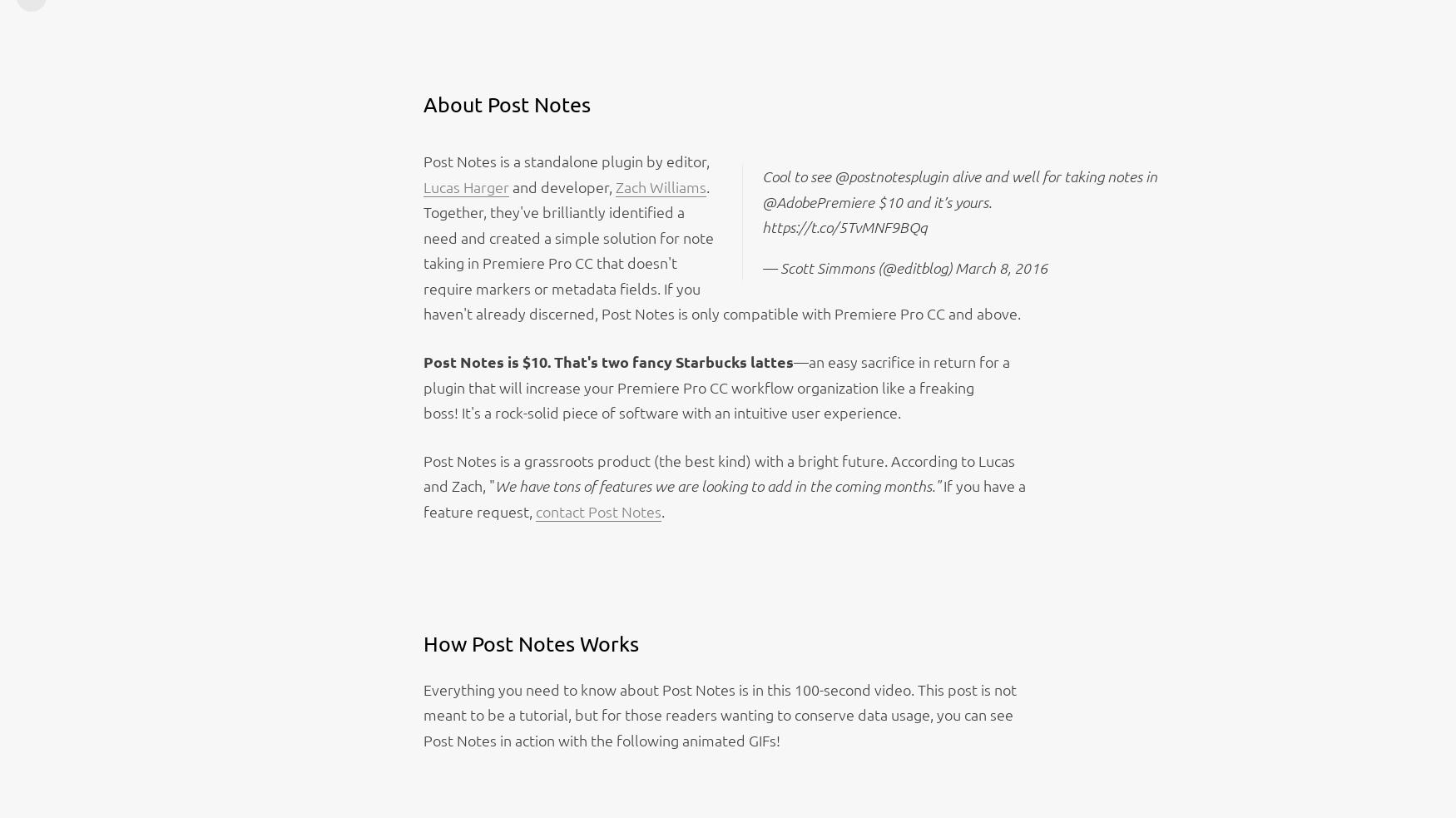 The height and width of the screenshot is (818, 1456). I want to click on '@postnotesplugin', so click(891, 175).